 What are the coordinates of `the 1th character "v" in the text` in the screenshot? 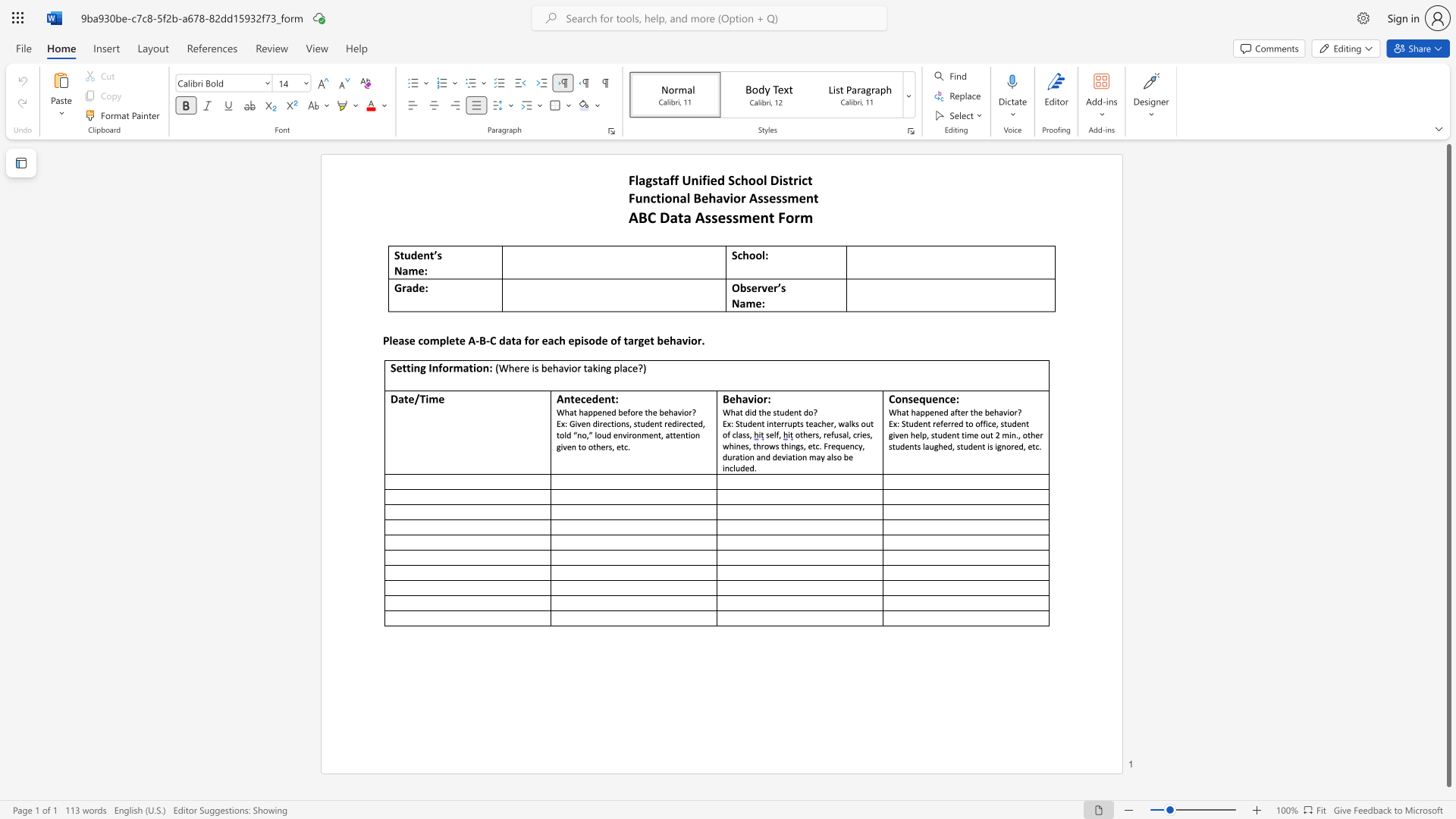 It's located at (726, 197).